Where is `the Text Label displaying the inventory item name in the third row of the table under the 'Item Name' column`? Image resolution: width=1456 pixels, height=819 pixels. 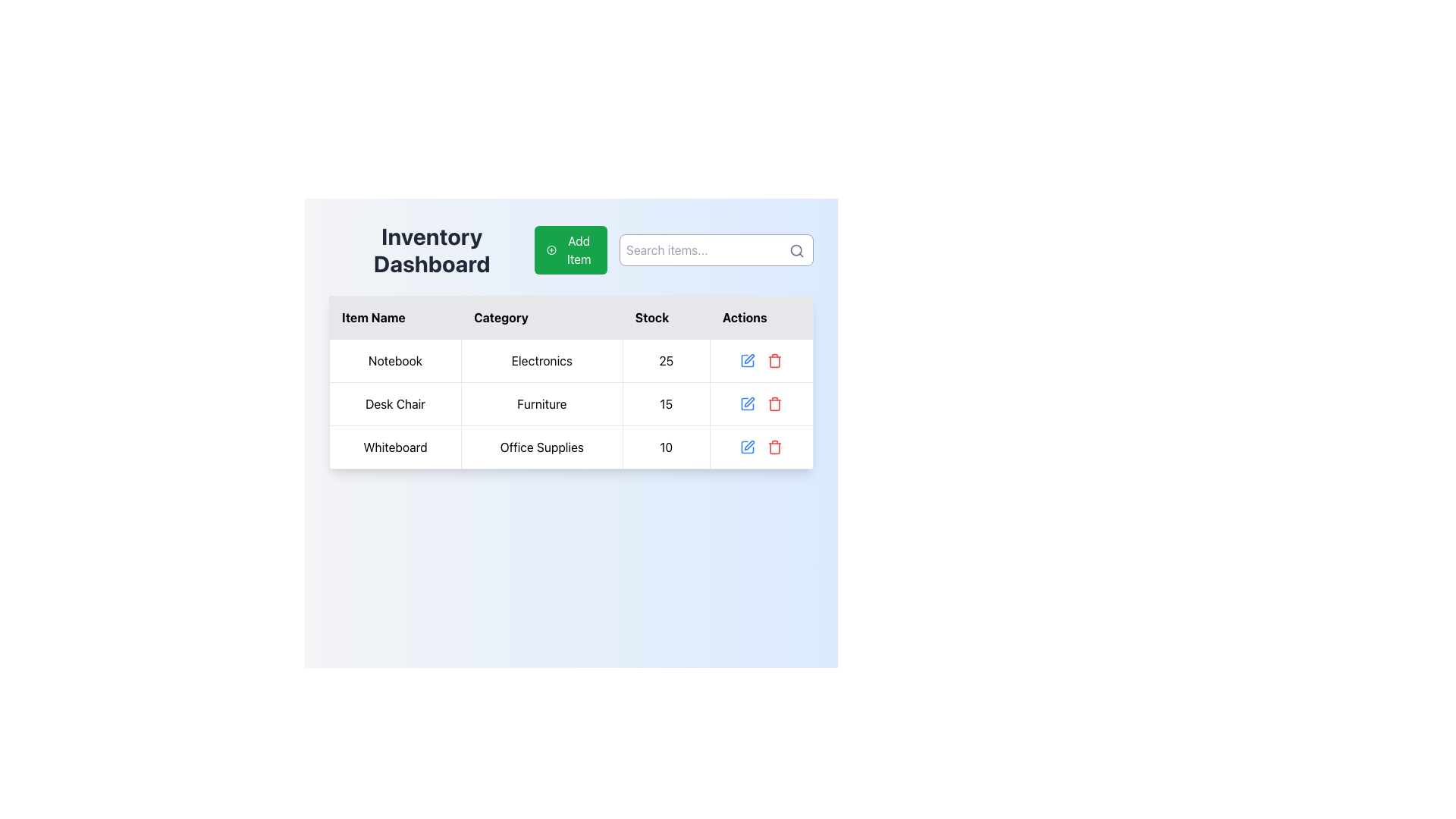
the Text Label displaying the inventory item name in the third row of the table under the 'Item Name' column is located at coordinates (395, 447).